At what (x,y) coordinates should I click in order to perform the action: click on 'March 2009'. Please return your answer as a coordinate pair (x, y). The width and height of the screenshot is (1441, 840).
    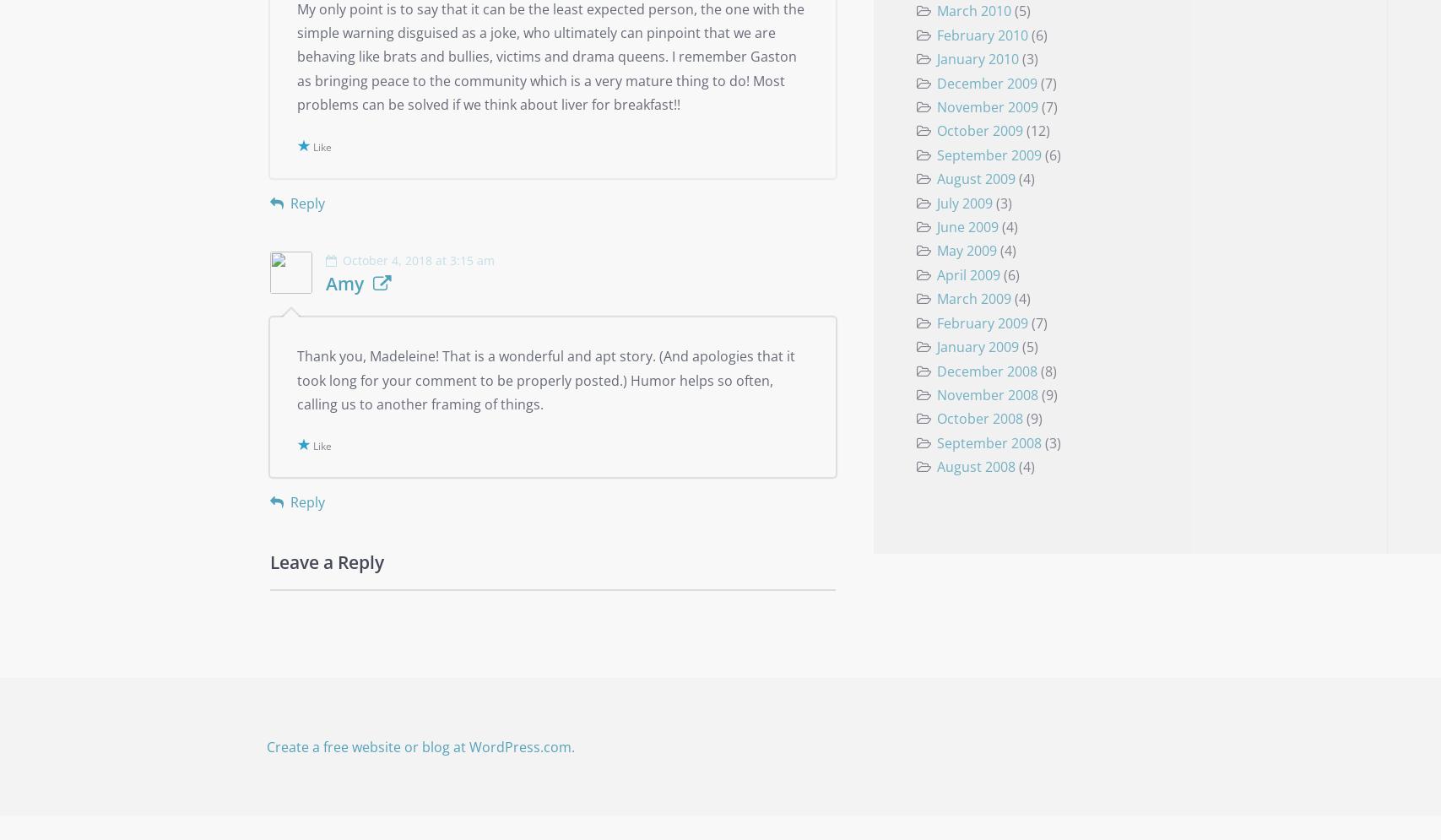
    Looking at the image, I should click on (972, 298).